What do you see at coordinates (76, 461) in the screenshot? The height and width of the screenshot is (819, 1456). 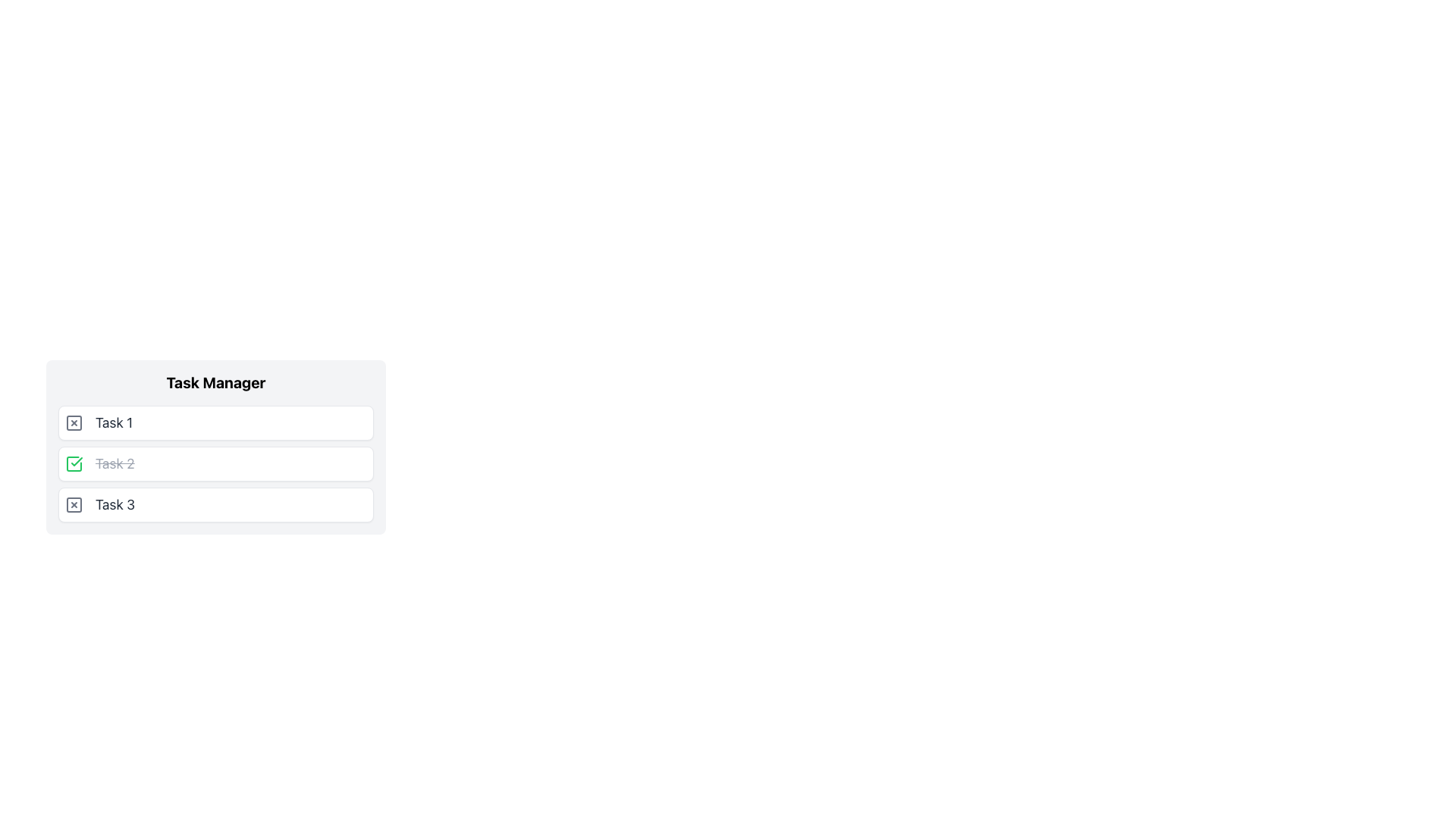 I see `the green checkmark icon located within the second task row of the Task Manager interface` at bounding box center [76, 461].